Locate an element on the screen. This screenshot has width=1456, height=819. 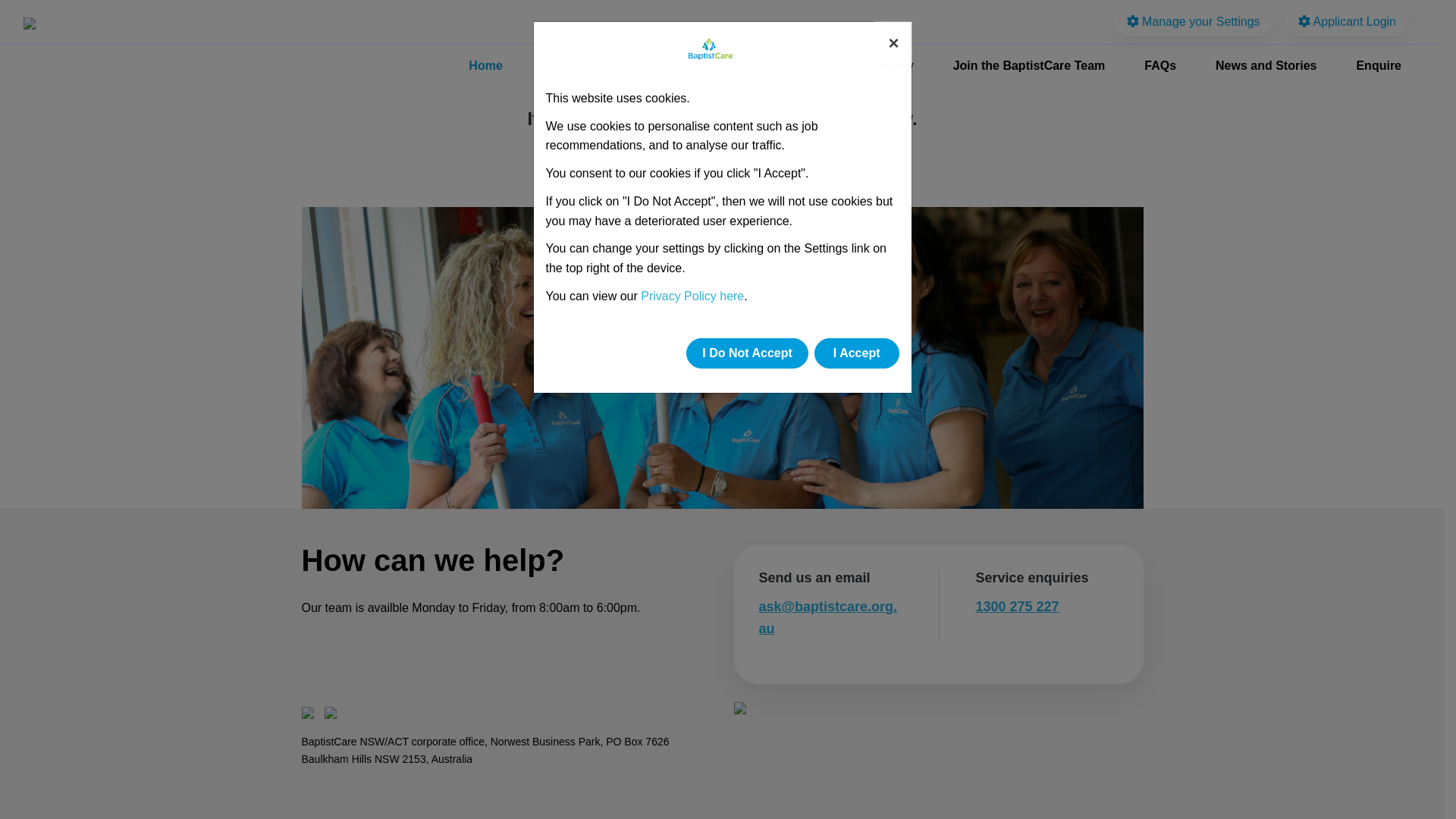
'I Accept' is located at coordinates (814, 353).